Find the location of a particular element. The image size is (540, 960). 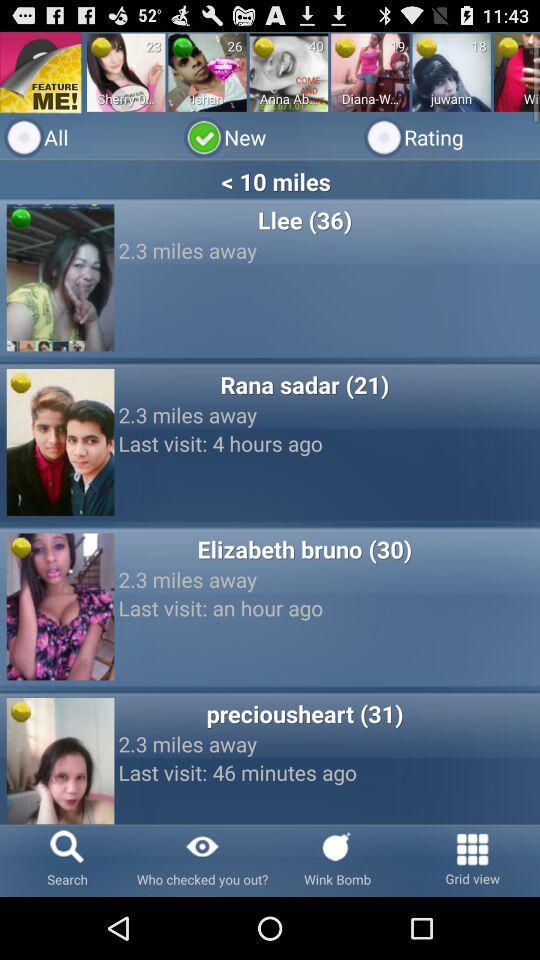

the icon above all radio button is located at coordinates (206, 72).